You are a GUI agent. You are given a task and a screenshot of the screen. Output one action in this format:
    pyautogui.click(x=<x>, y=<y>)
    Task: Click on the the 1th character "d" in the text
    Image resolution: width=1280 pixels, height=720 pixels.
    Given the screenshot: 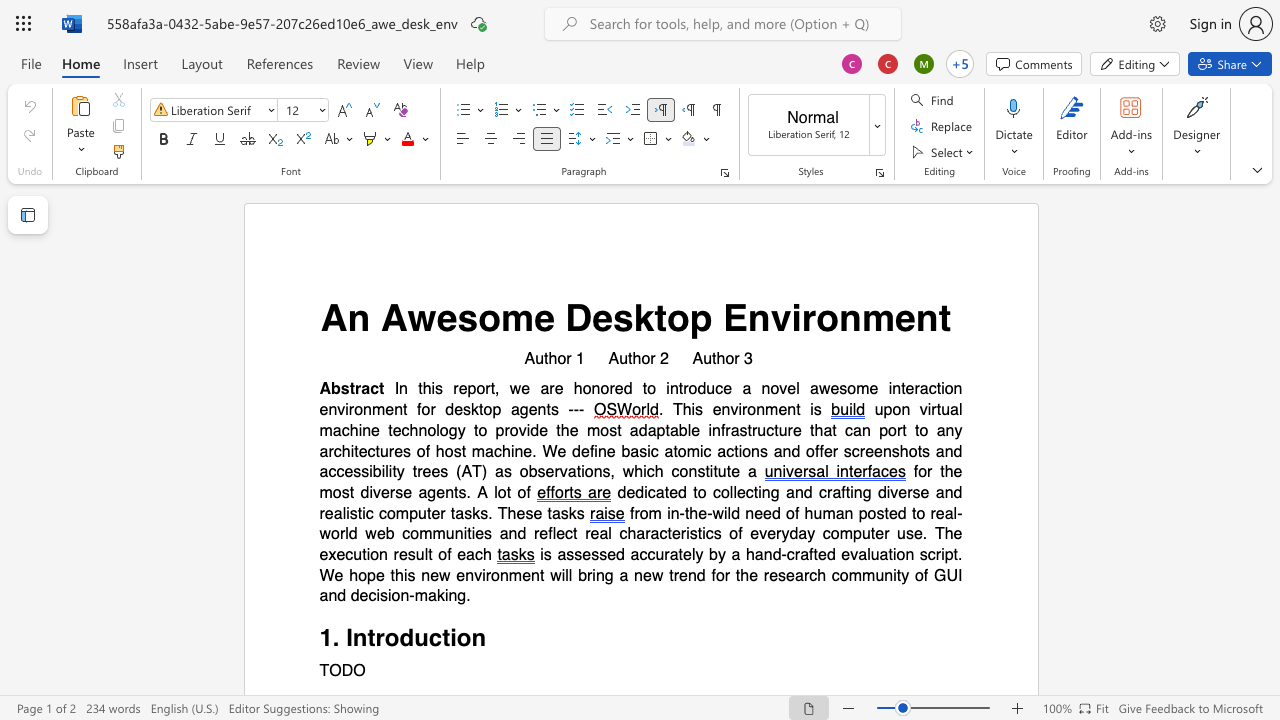 What is the action you would take?
    pyautogui.click(x=405, y=638)
    